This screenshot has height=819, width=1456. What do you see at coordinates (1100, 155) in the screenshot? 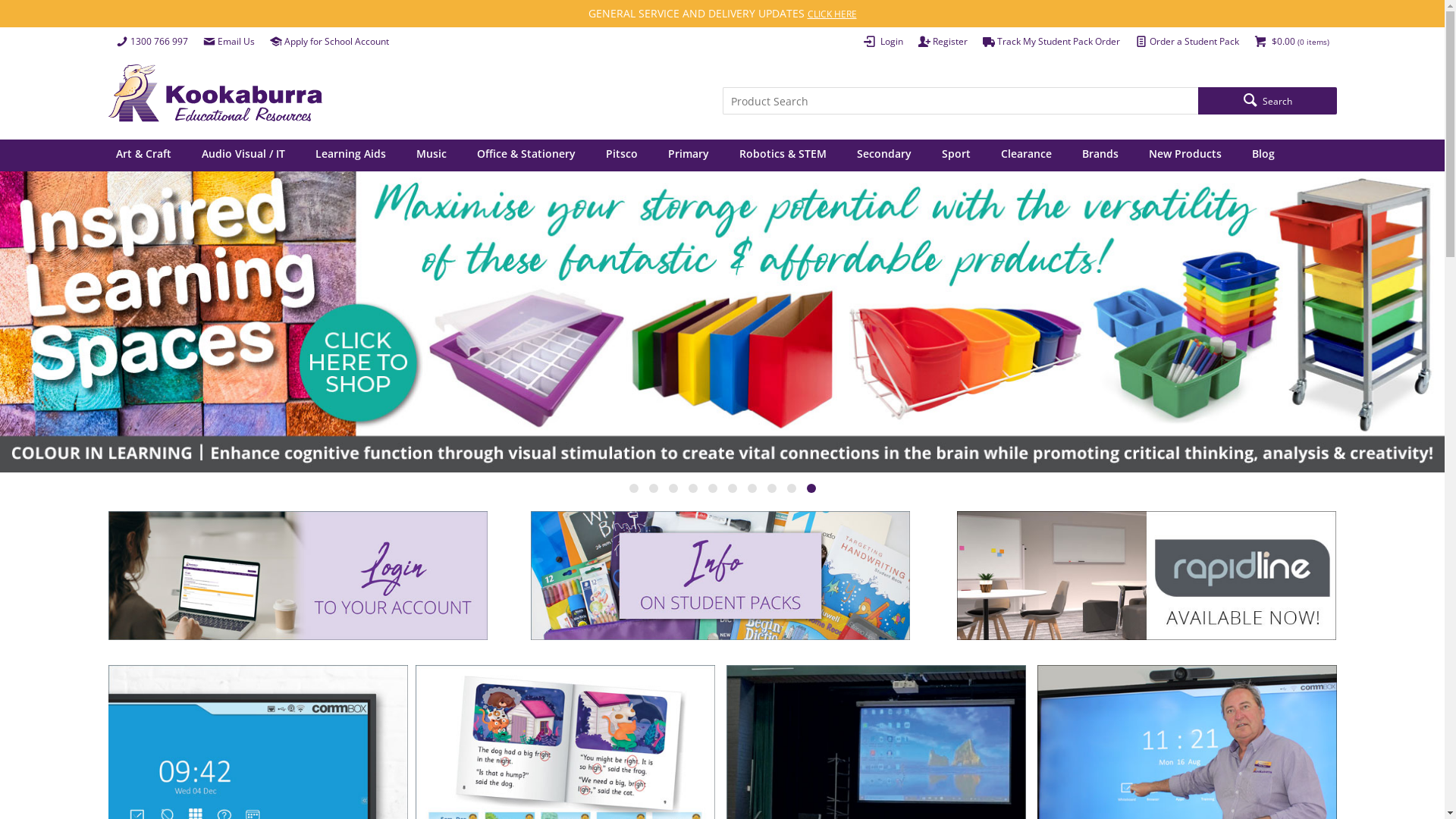
I see `'Brands'` at bounding box center [1100, 155].